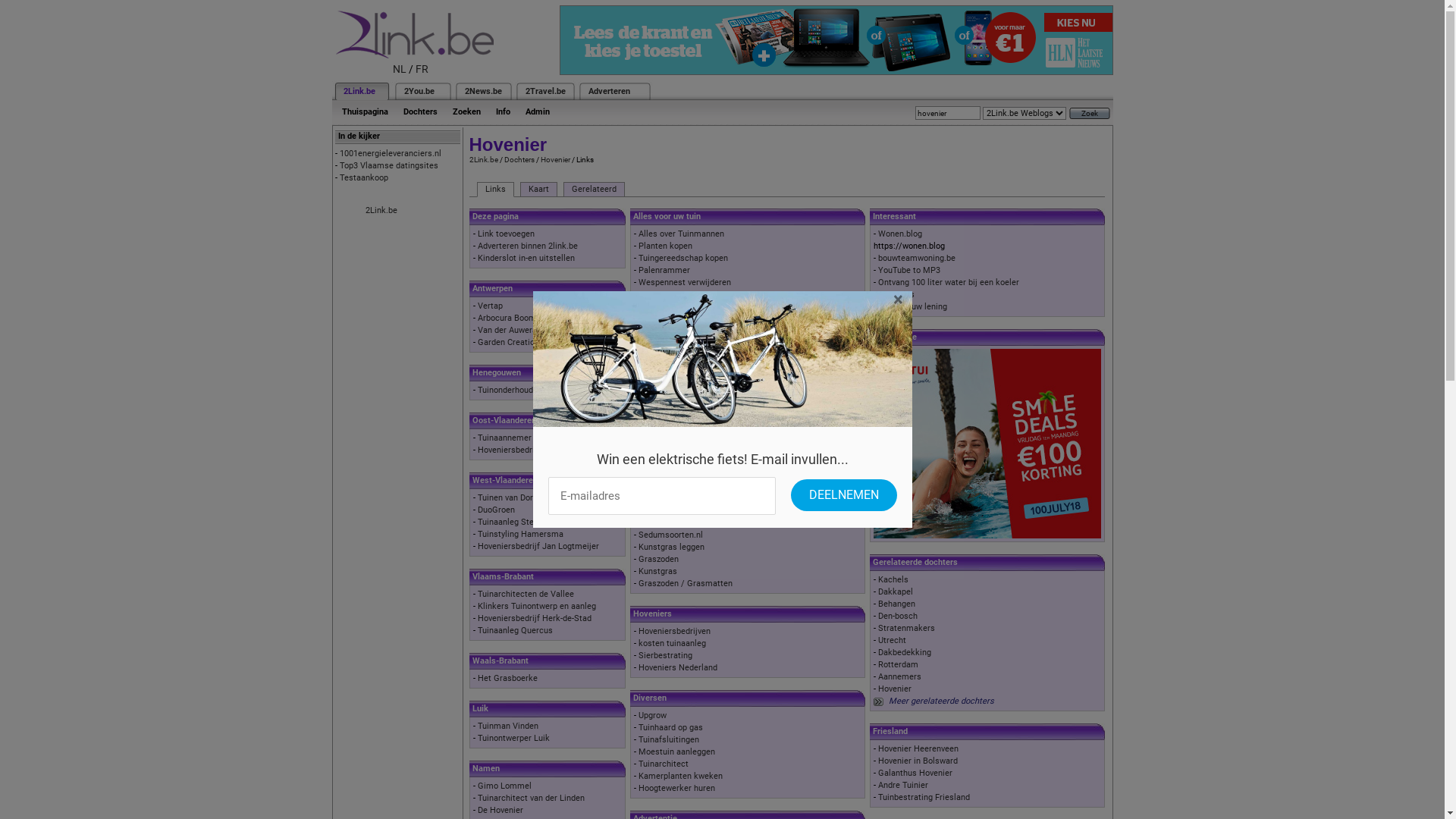 Image resolution: width=1456 pixels, height=819 pixels. Describe the element at coordinates (510, 497) in the screenshot. I see `'Tuinen van Dorpe'` at that location.